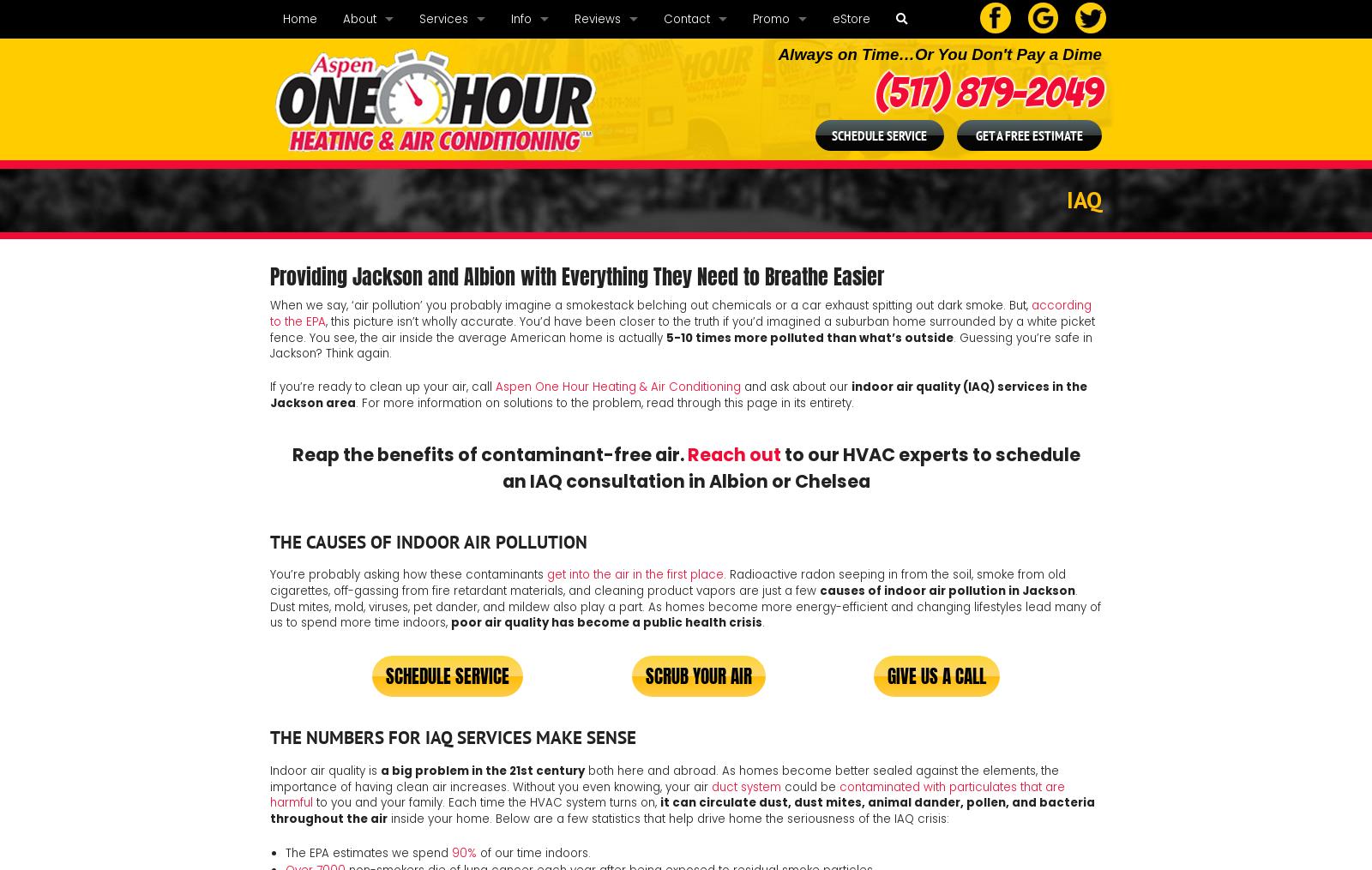  Describe the element at coordinates (809, 337) in the screenshot. I see `'5-10 times more polluted than what’s outside'` at that location.